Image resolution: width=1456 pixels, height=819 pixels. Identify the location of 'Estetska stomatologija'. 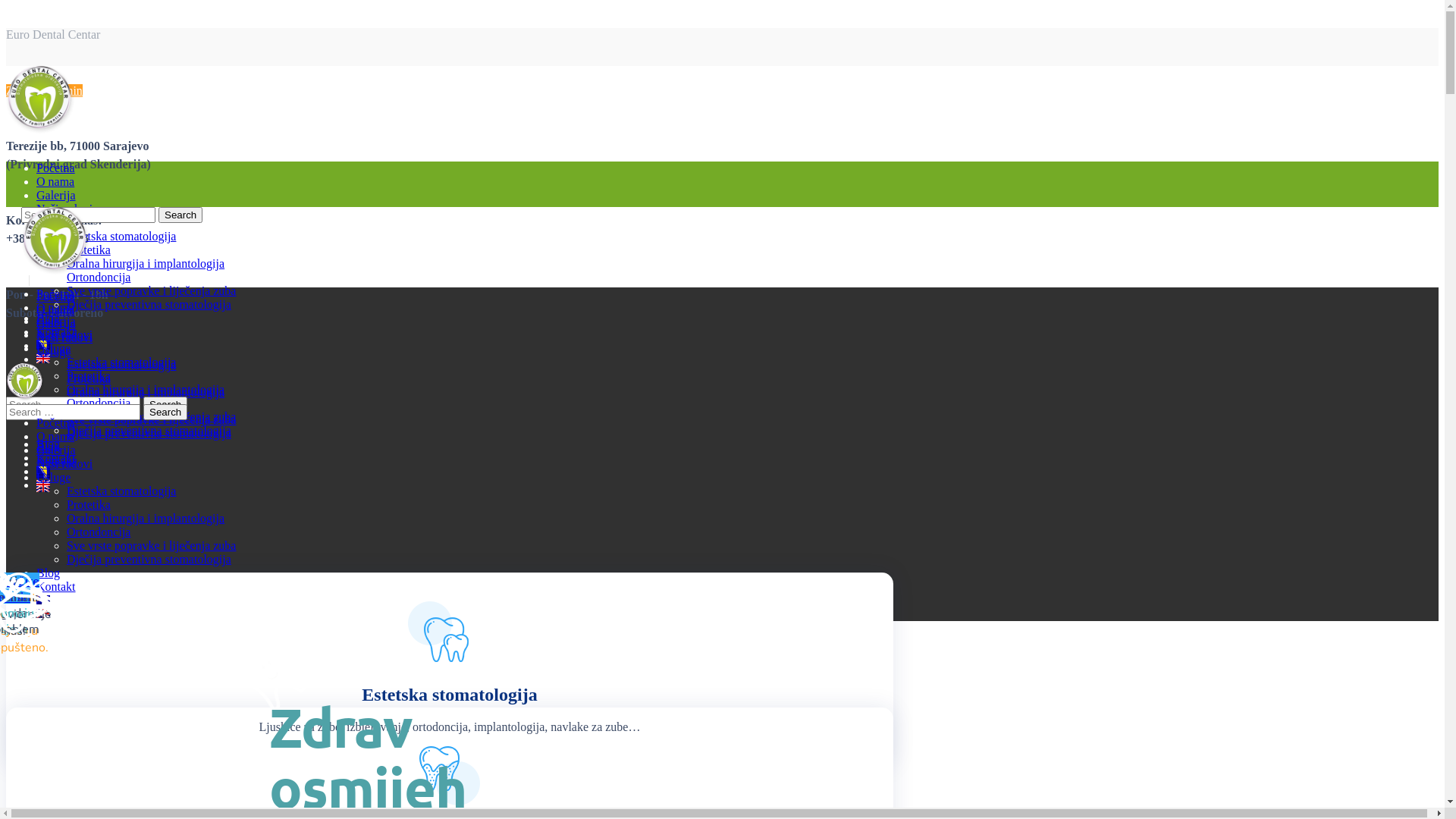
(120, 491).